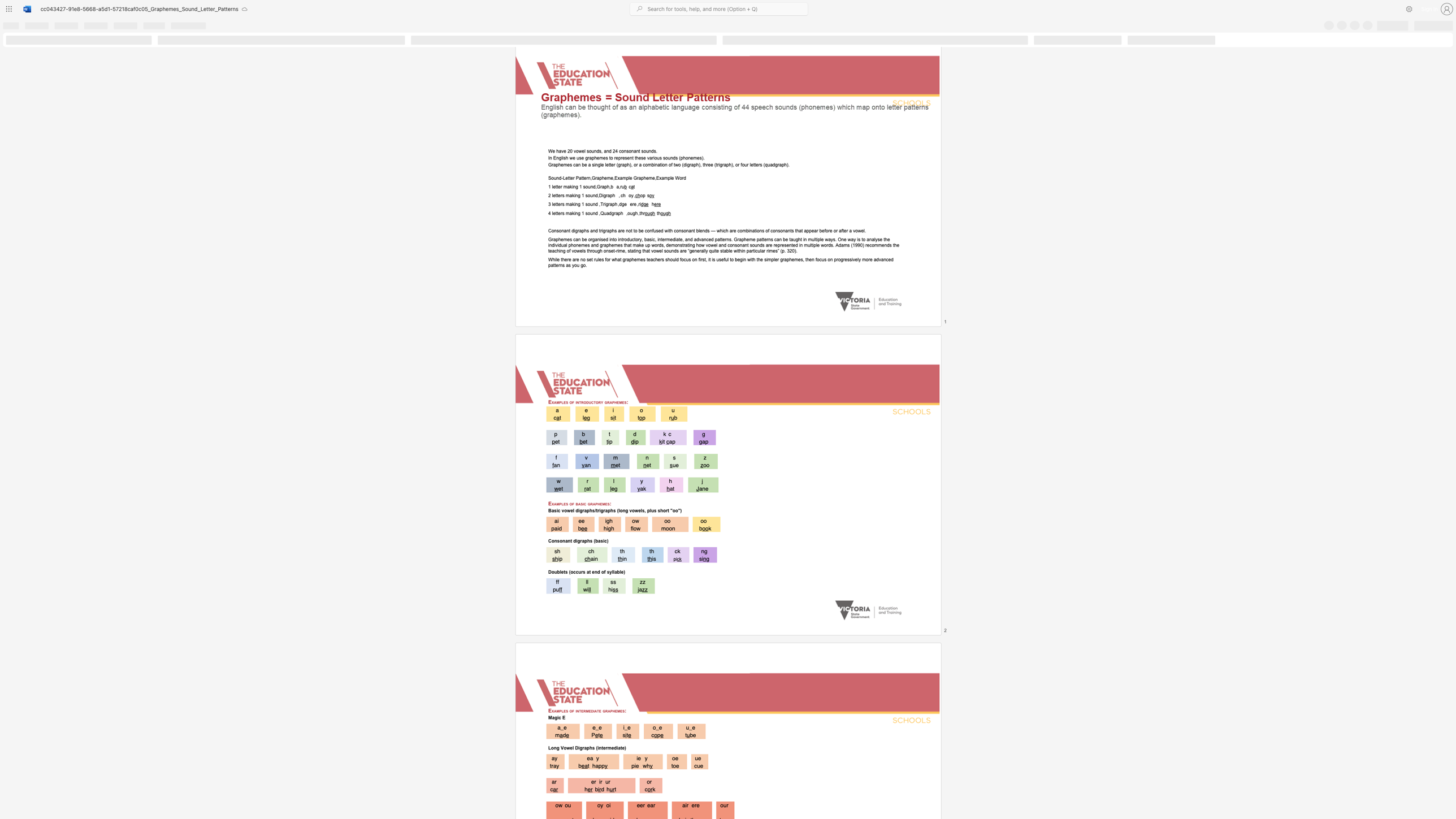  What do you see at coordinates (704, 164) in the screenshot?
I see `the space between the continuous character "t" and "h" in the text` at bounding box center [704, 164].